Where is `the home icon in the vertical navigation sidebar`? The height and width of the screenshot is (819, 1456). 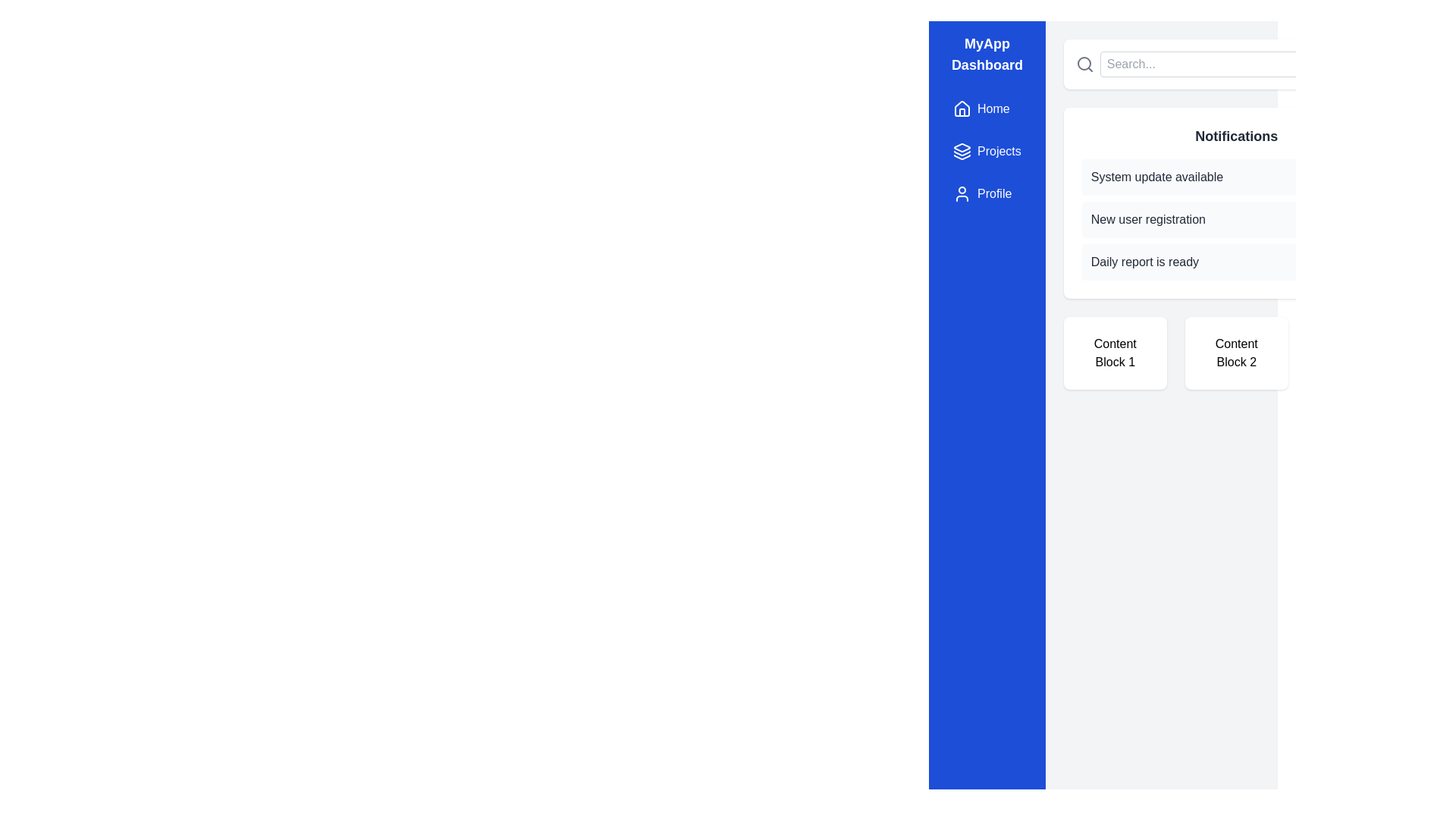
the home icon in the vertical navigation sidebar is located at coordinates (961, 107).